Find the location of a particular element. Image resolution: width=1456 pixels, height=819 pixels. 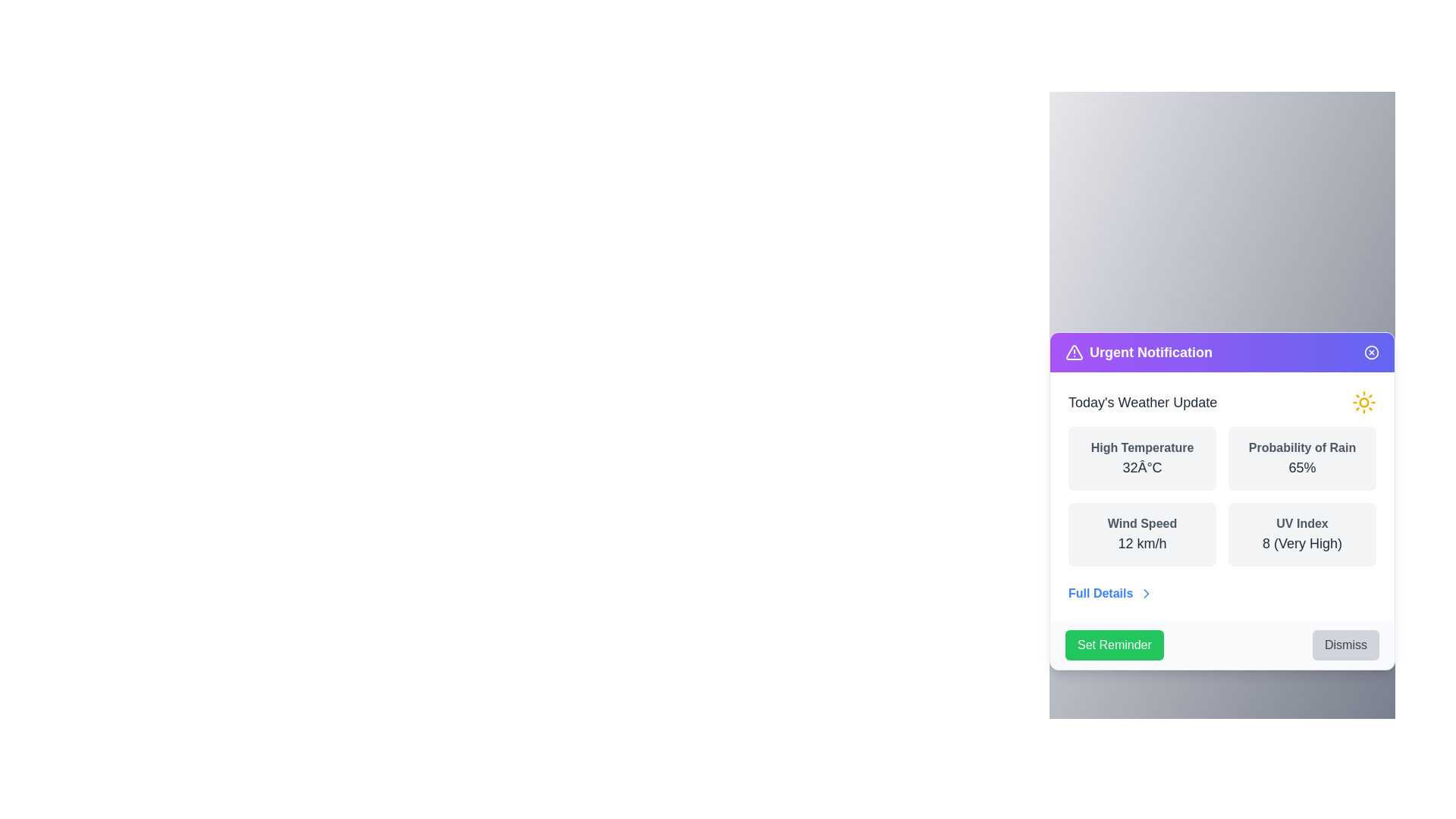

the hyperlink-like text element located below the 'Wind Speed' and 'UV Index' summary boxes to follow the link for more extensive weather details is located at coordinates (1100, 593).